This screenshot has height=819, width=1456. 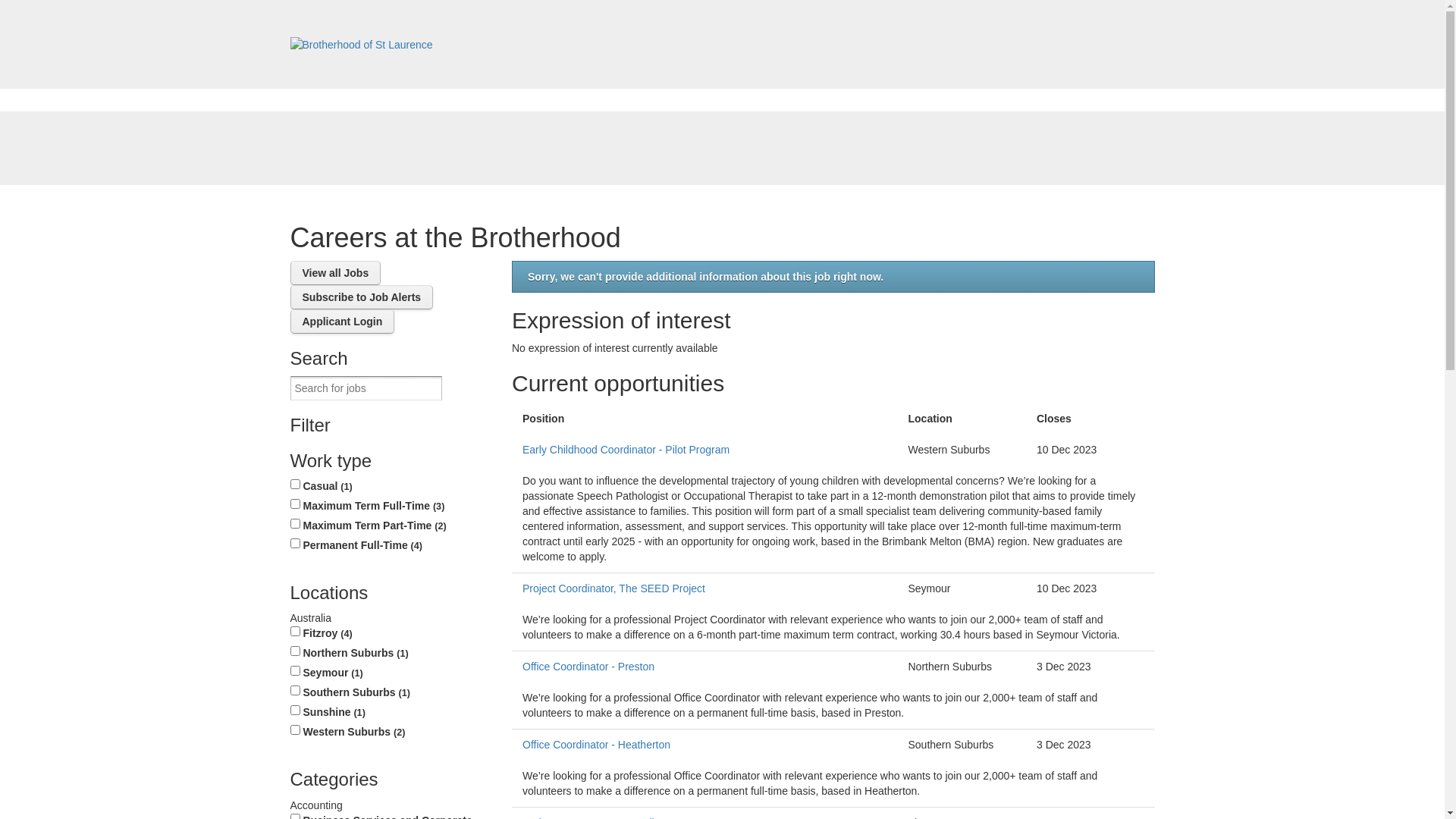 I want to click on 'Applicant Login', so click(x=290, y=321).